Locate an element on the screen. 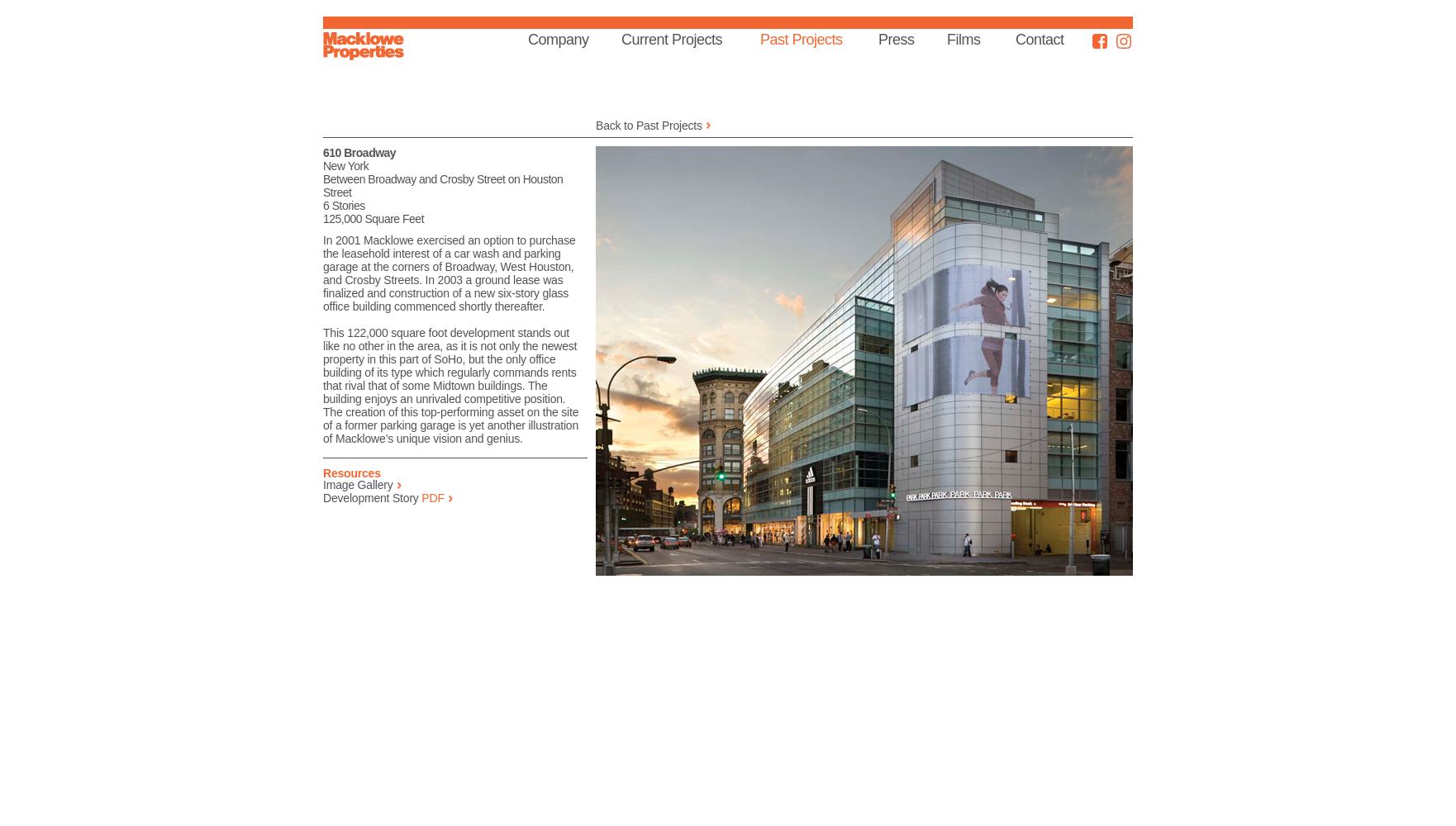 This screenshot has width=1456, height=826. 'Resources' is located at coordinates (351, 472).